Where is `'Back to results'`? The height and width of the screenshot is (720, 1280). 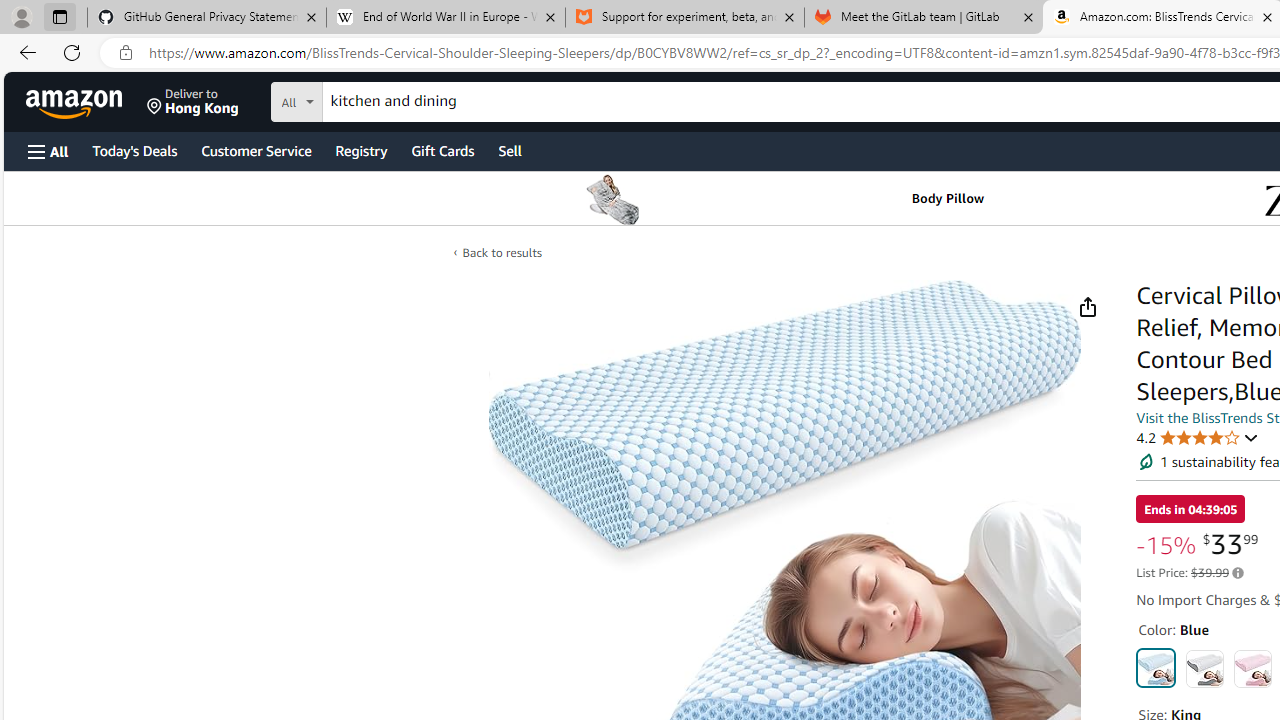
'Back to results' is located at coordinates (501, 252).